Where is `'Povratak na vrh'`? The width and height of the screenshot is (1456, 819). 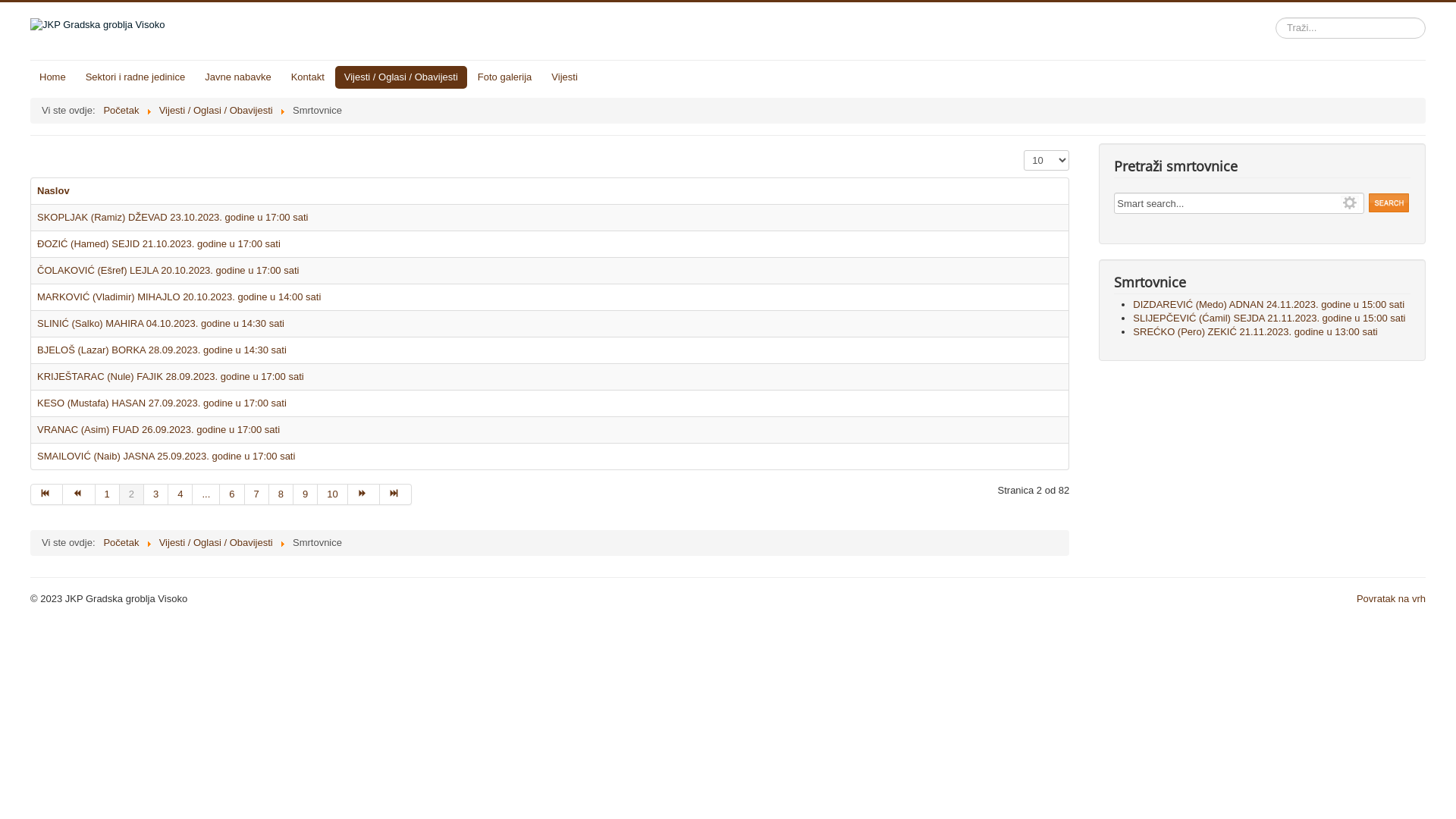 'Povratak na vrh' is located at coordinates (1391, 598).